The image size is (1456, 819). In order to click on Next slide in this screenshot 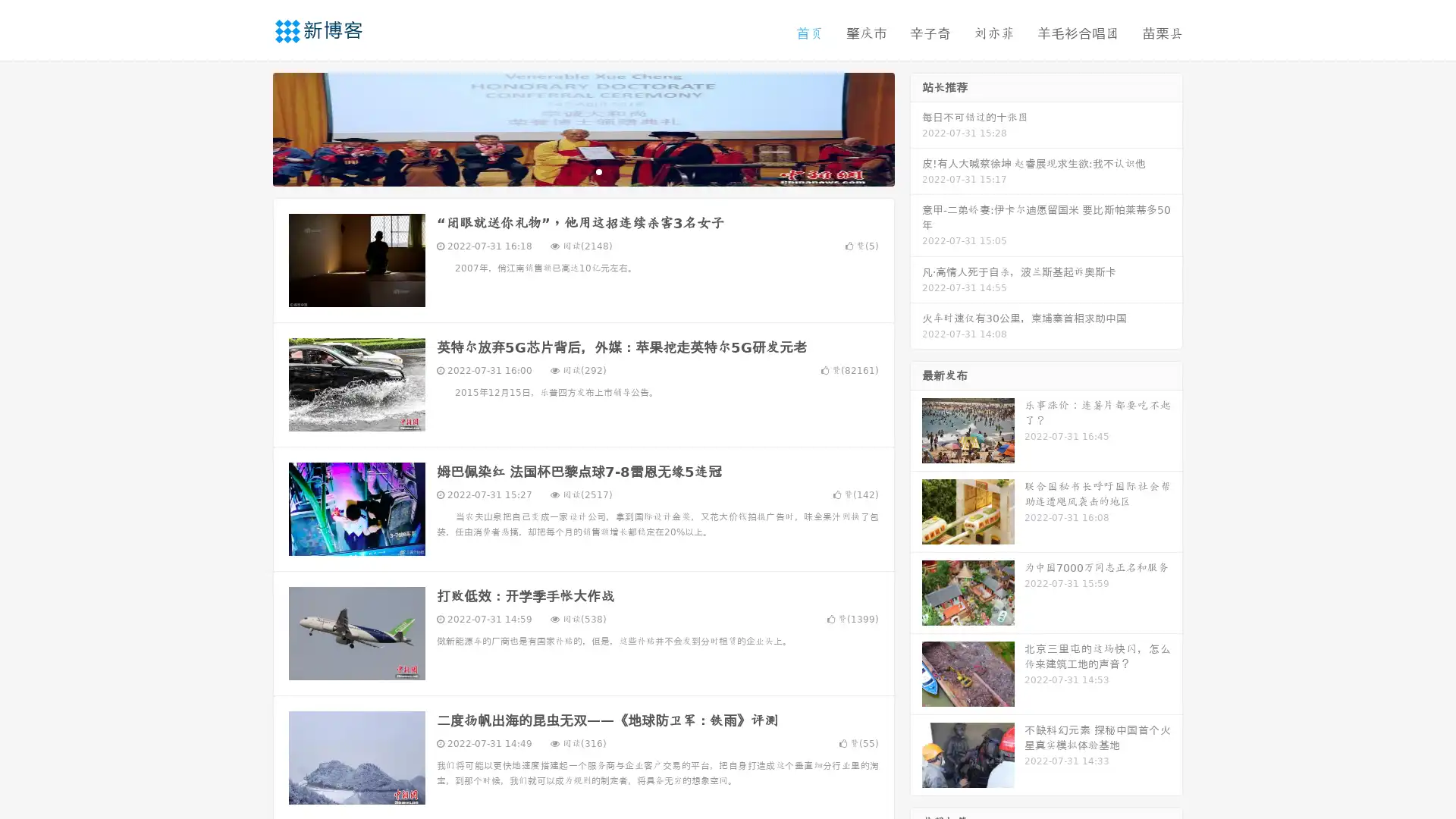, I will do `click(916, 127)`.